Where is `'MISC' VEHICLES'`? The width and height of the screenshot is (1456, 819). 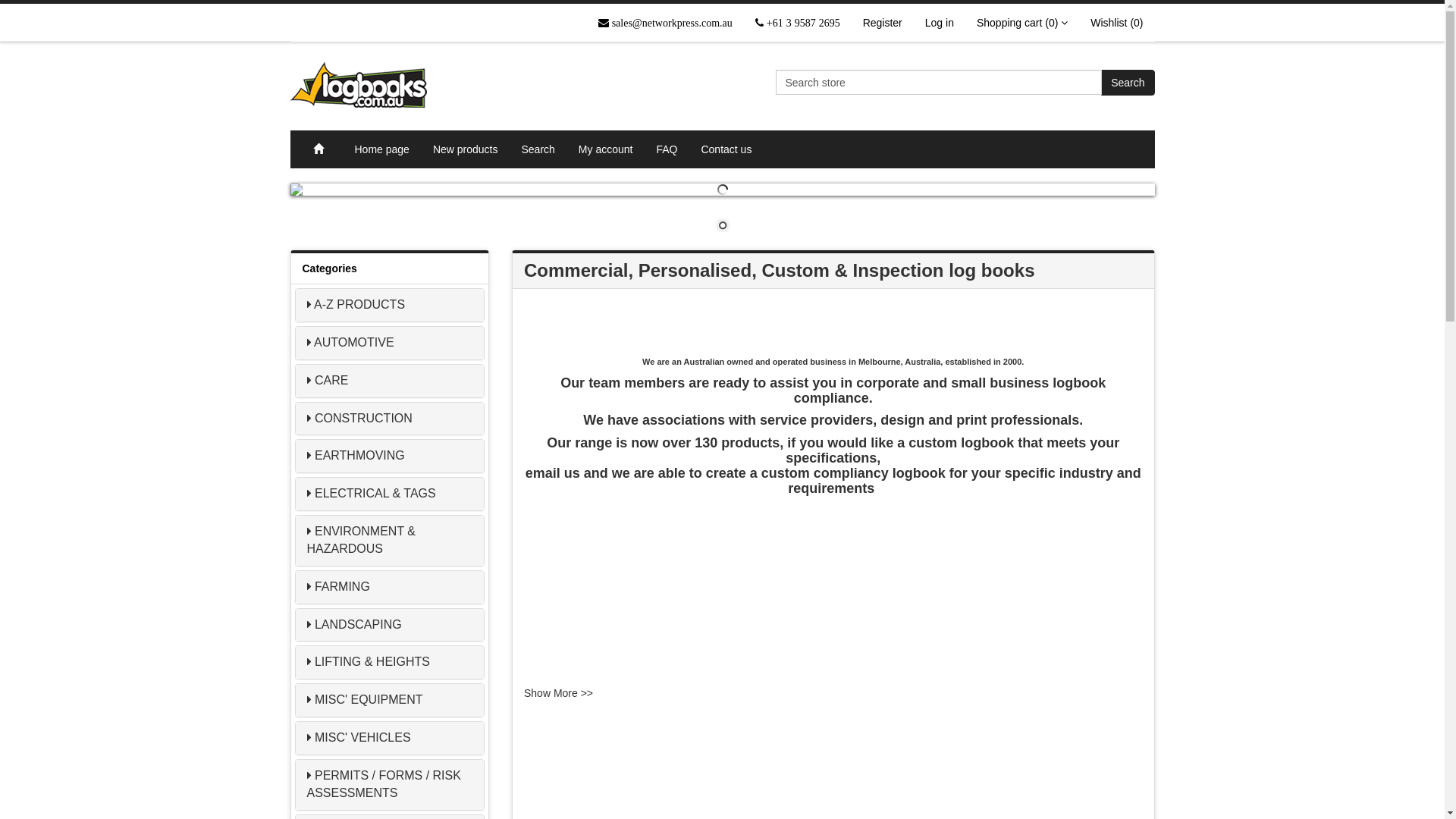
'MISC' VEHICLES' is located at coordinates (313, 736).